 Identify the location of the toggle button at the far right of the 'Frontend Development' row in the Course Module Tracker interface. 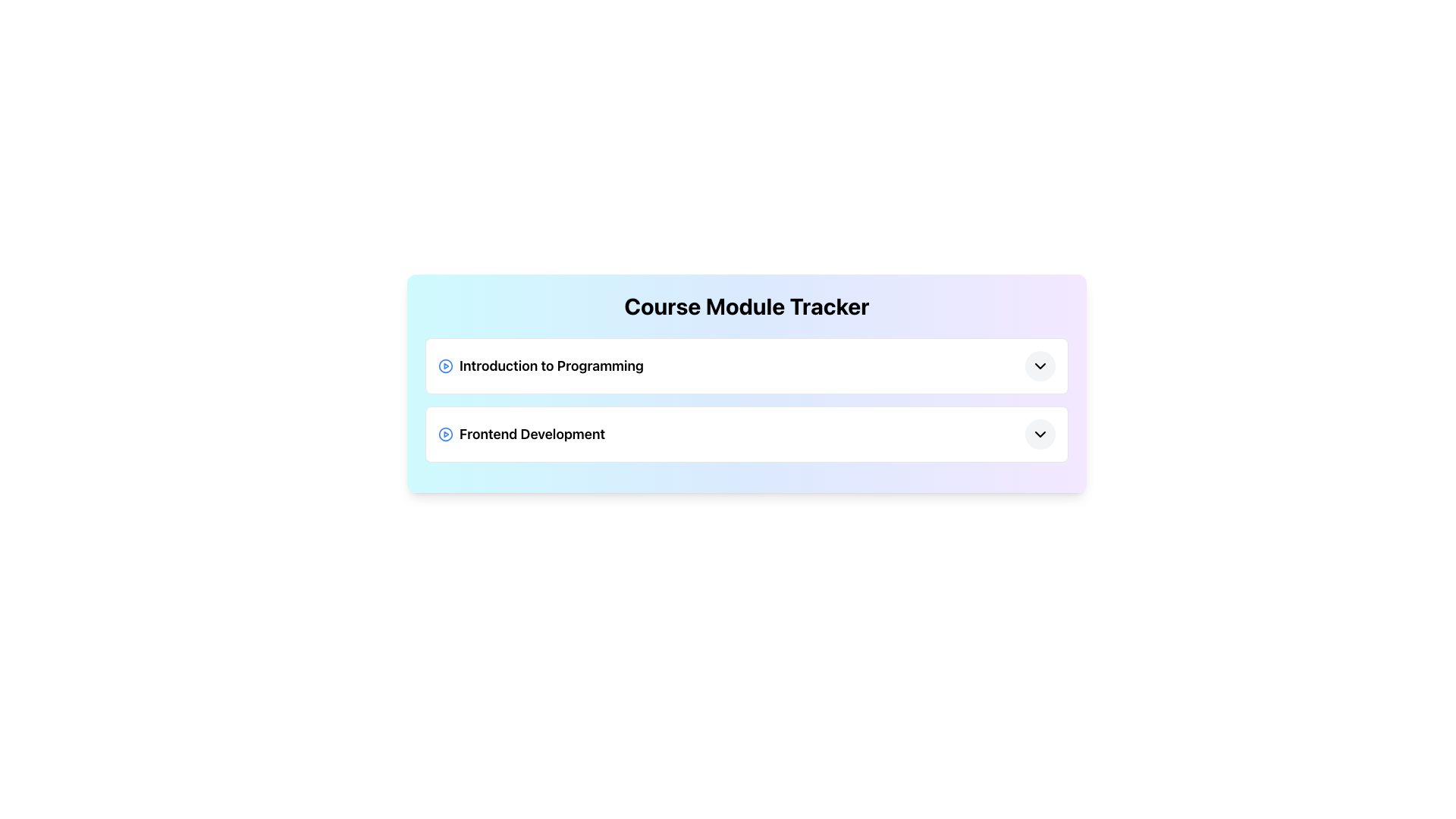
(1040, 435).